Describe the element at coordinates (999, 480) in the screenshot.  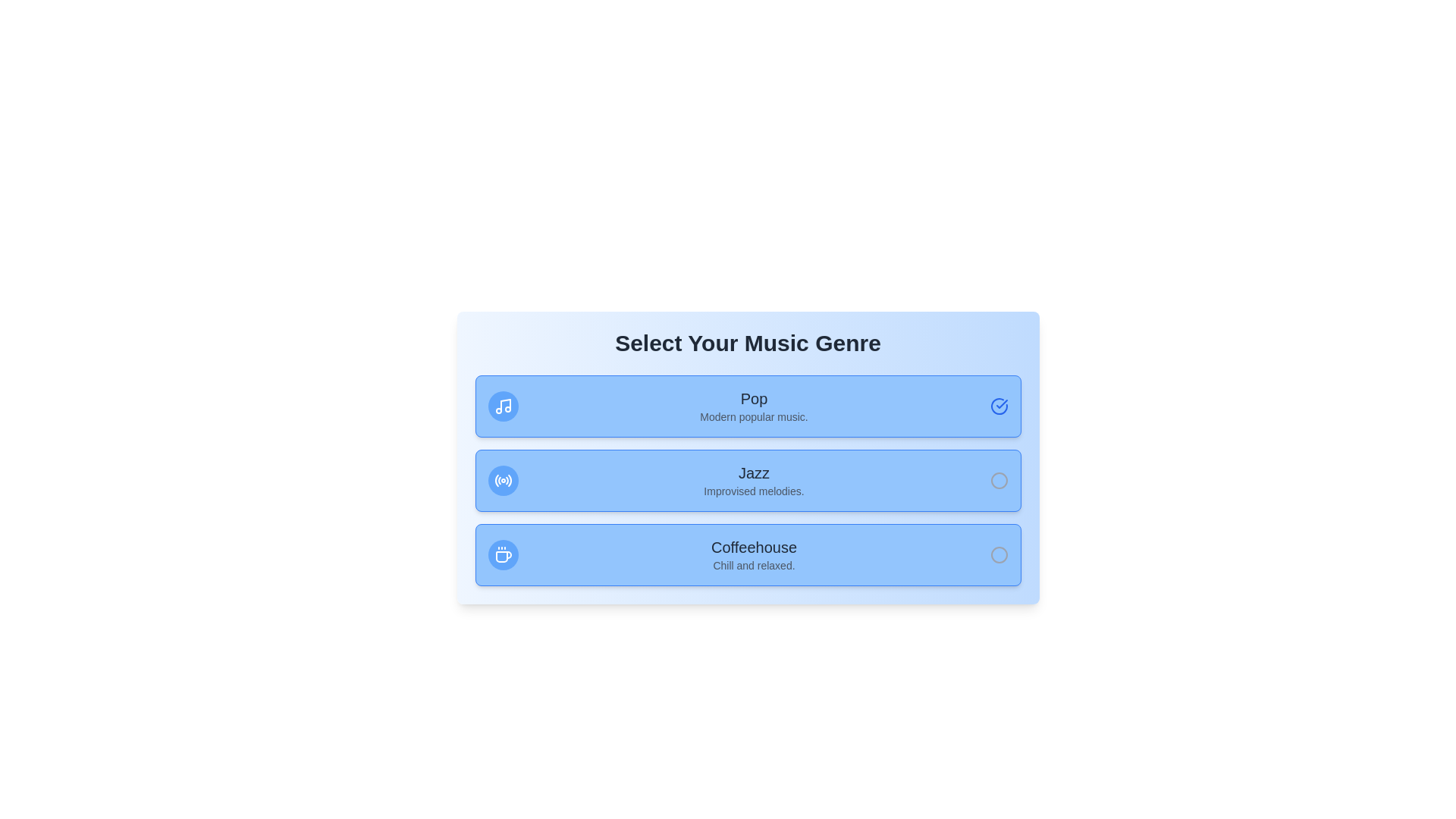
I see `the circular icon with a thin gray outline and transparent fill located in the 'Jazz' option of the music genres list to possibly trigger a tooltip` at that location.